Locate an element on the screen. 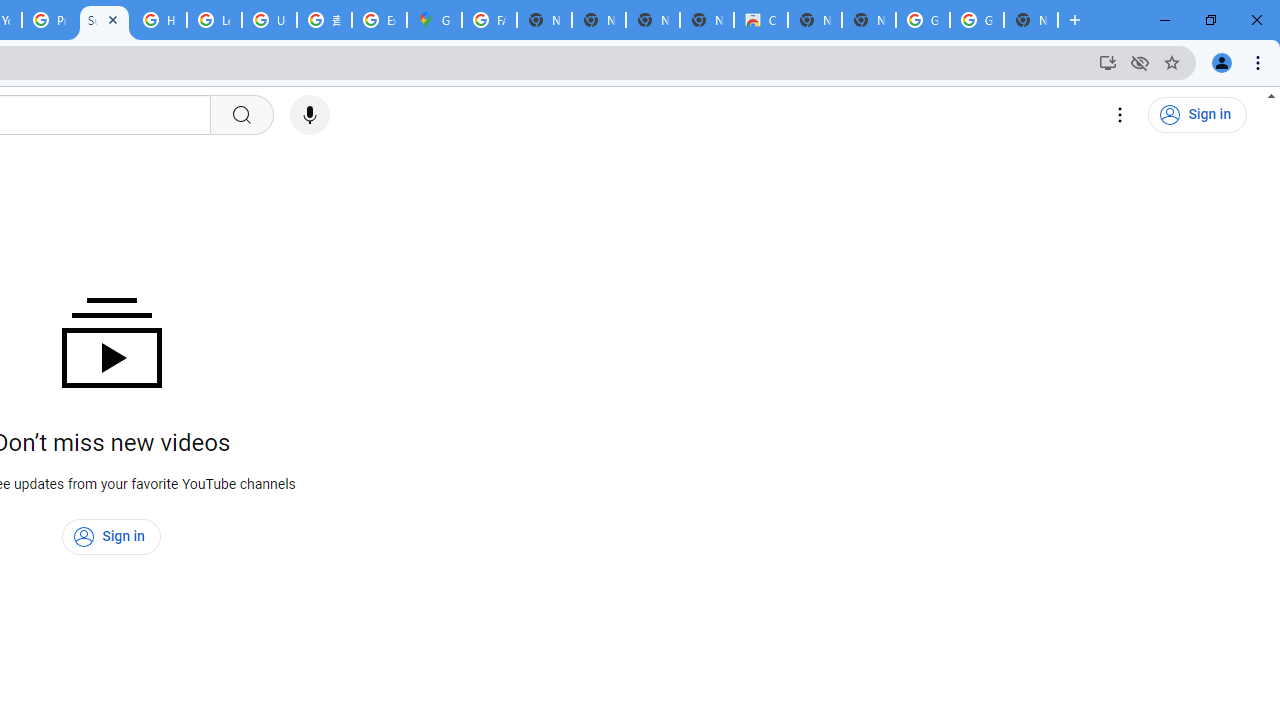 Image resolution: width=1280 pixels, height=720 pixels. 'Subscriptions - YouTube' is located at coordinates (103, 20).